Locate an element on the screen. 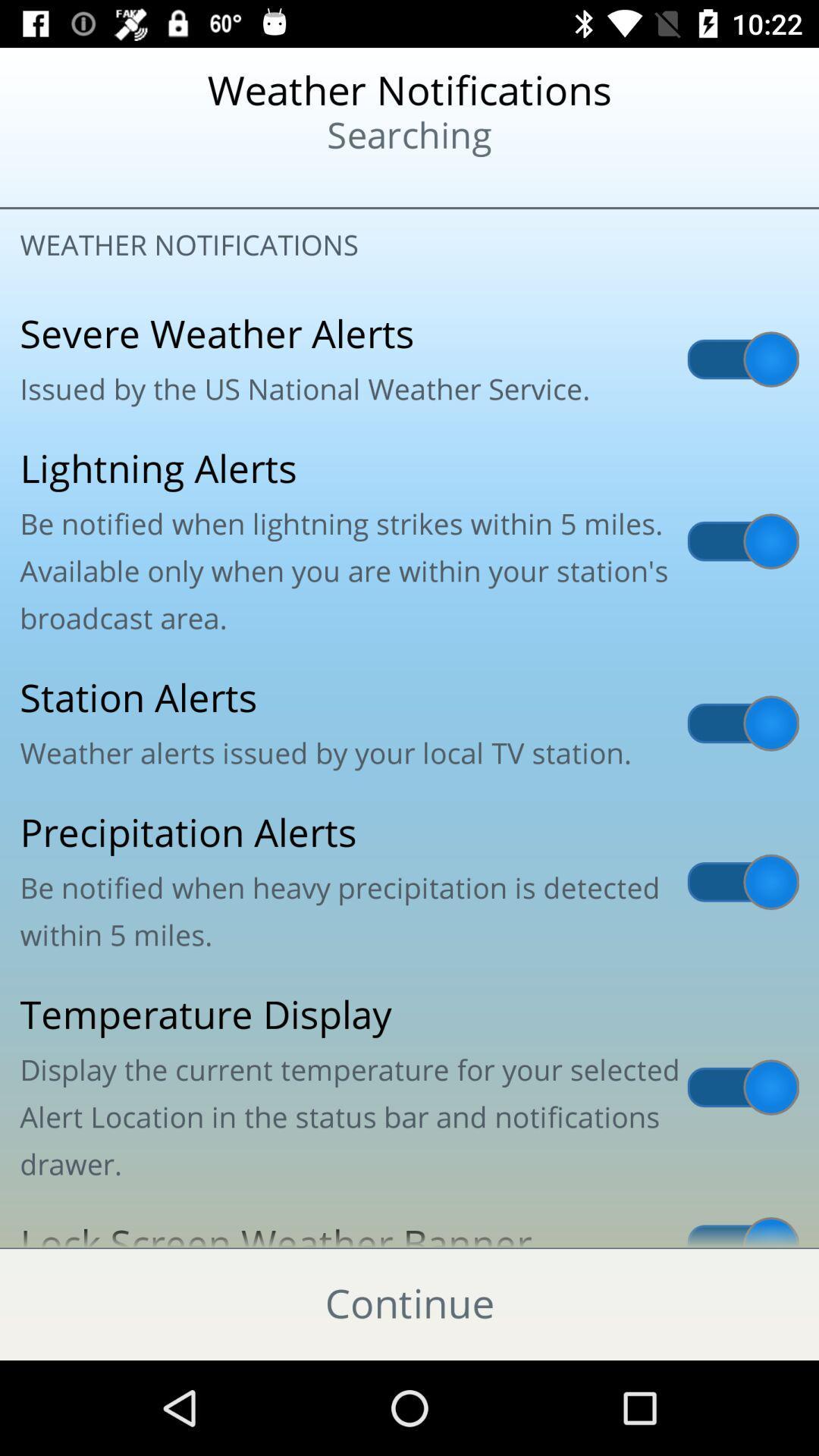 The width and height of the screenshot is (819, 1456). the item above the lock screen weather icon is located at coordinates (409, 1087).